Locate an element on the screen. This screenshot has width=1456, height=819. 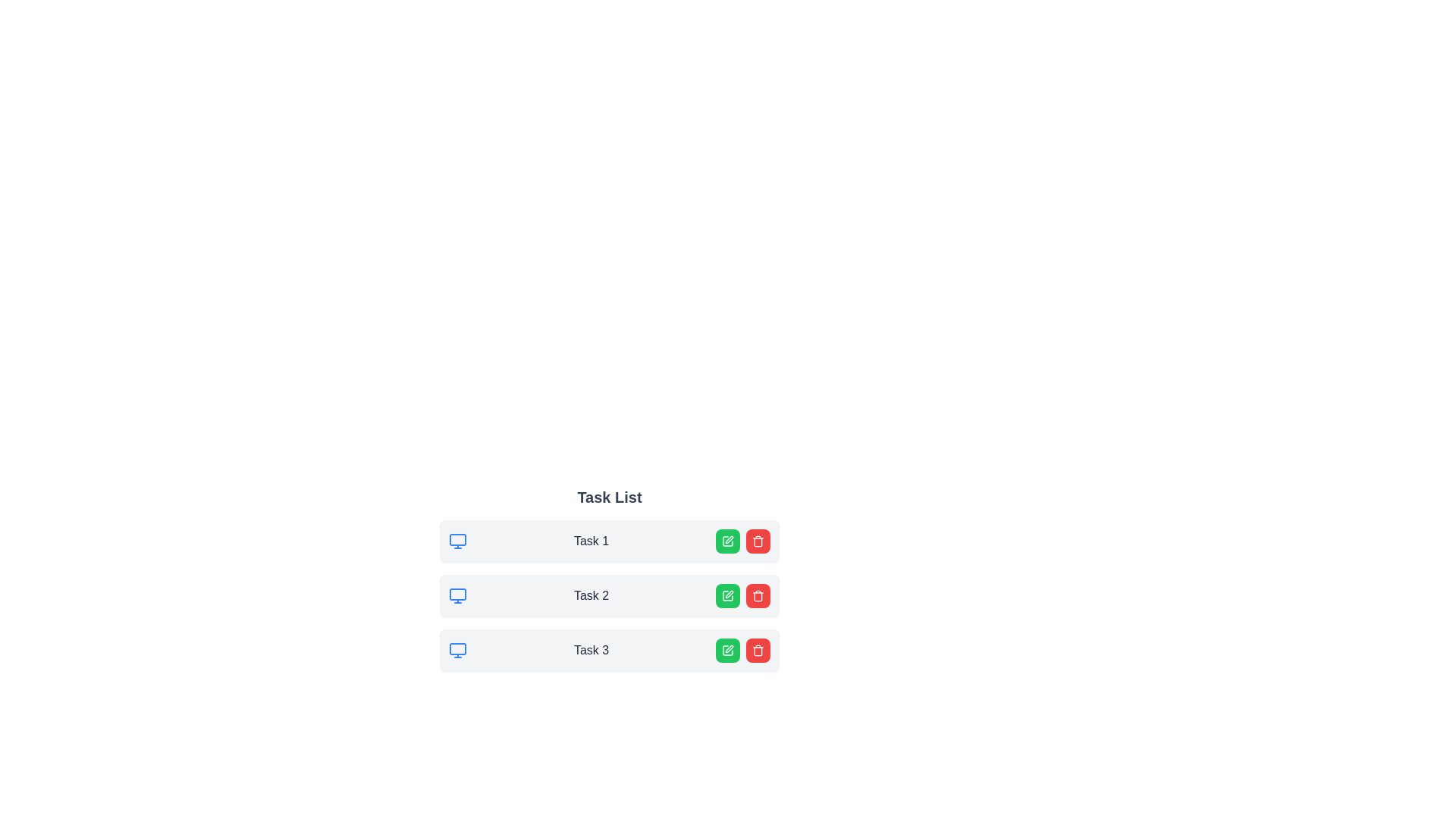
the delete button in the grouped interactive buttons for 'Task 3' is located at coordinates (742, 649).